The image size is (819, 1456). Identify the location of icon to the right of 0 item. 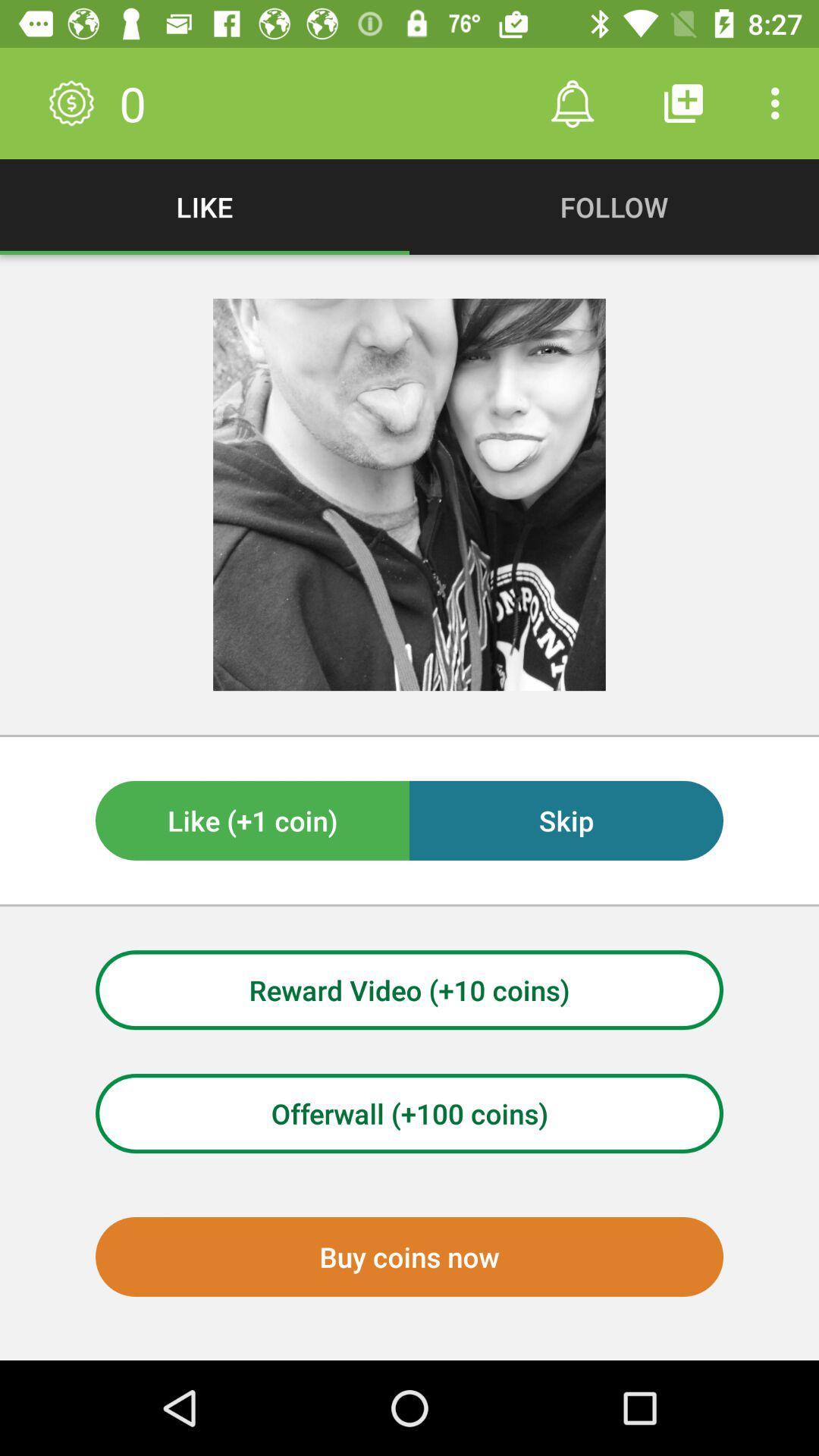
(572, 102).